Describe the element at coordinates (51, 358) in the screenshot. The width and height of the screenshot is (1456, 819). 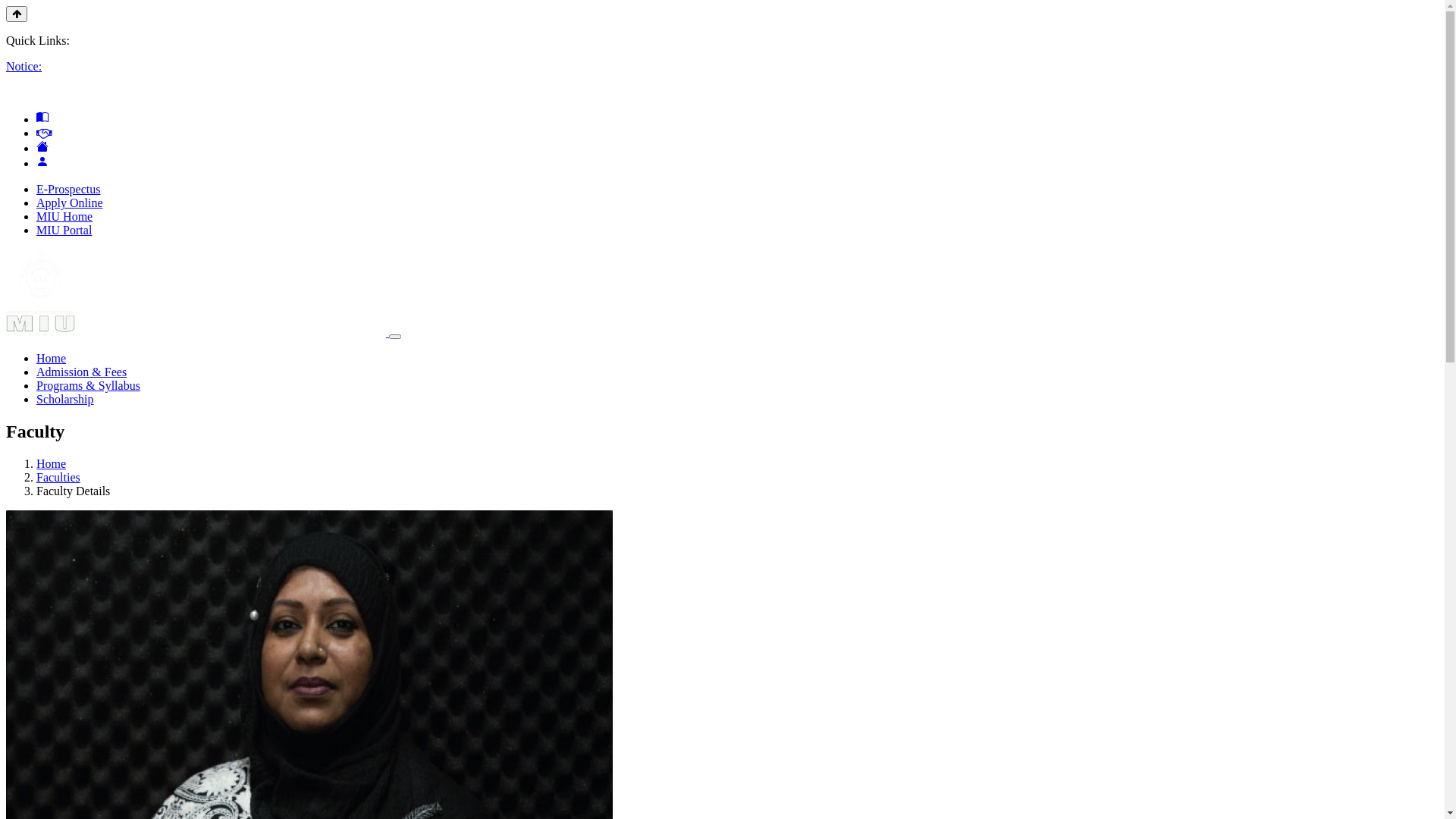
I see `'Home'` at that location.